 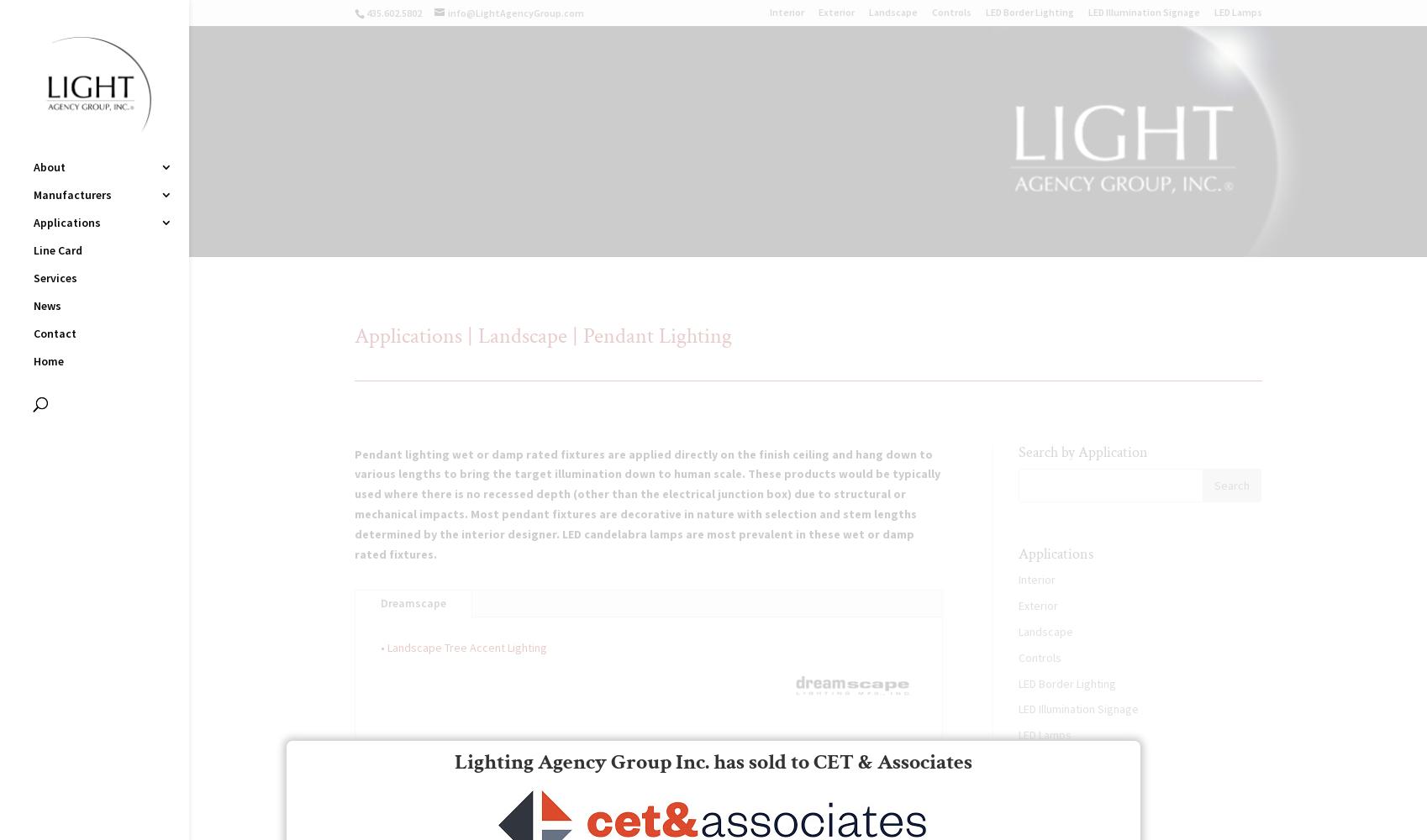 What do you see at coordinates (224, 228) in the screenshot?
I see `'Hevi Lite, Inc.'` at bounding box center [224, 228].